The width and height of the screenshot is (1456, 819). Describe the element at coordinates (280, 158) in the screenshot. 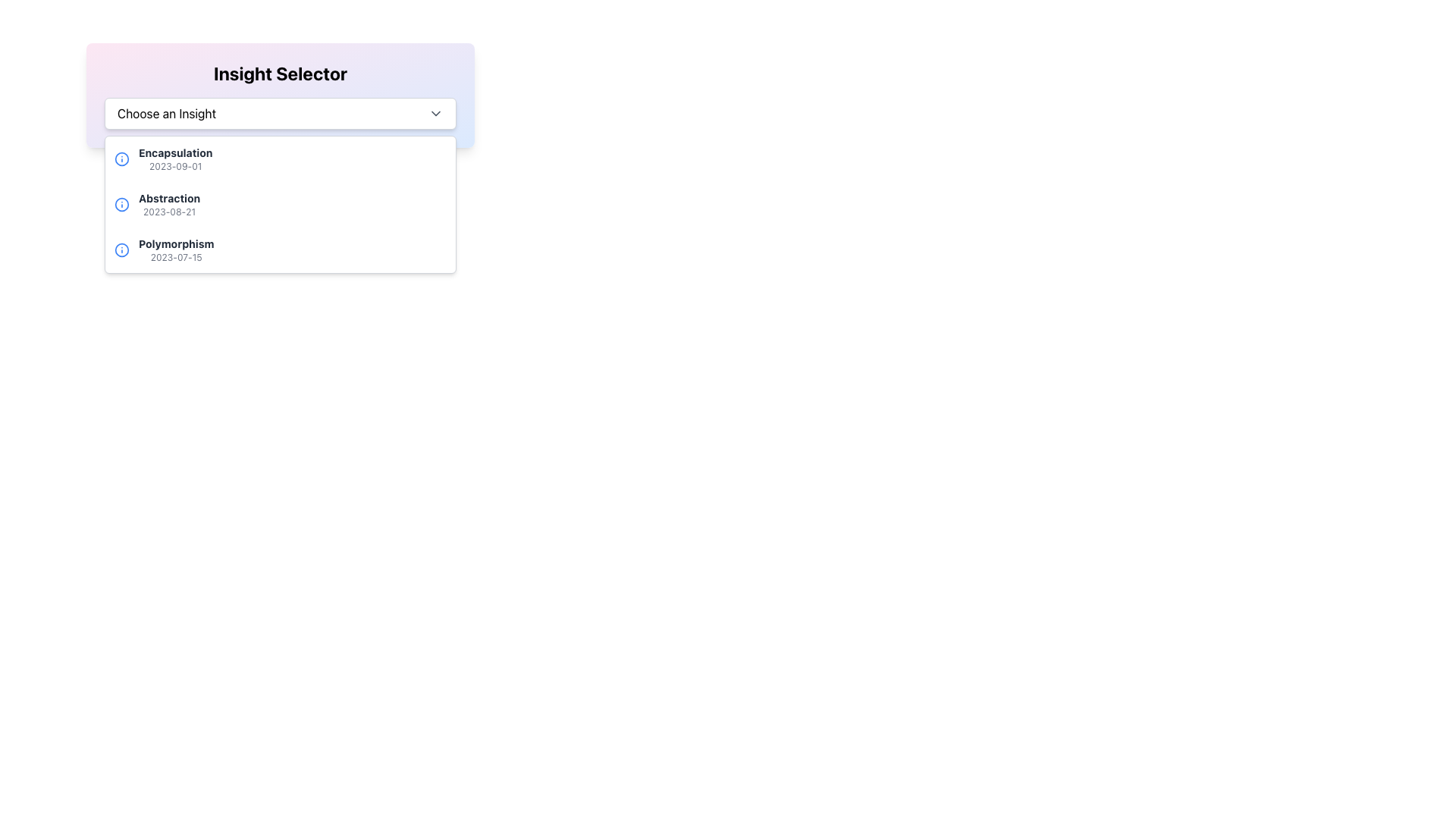

I see `the first selectable list item titled 'Encapsulation' dated '2023-09-01' in the dropdown menu` at that location.